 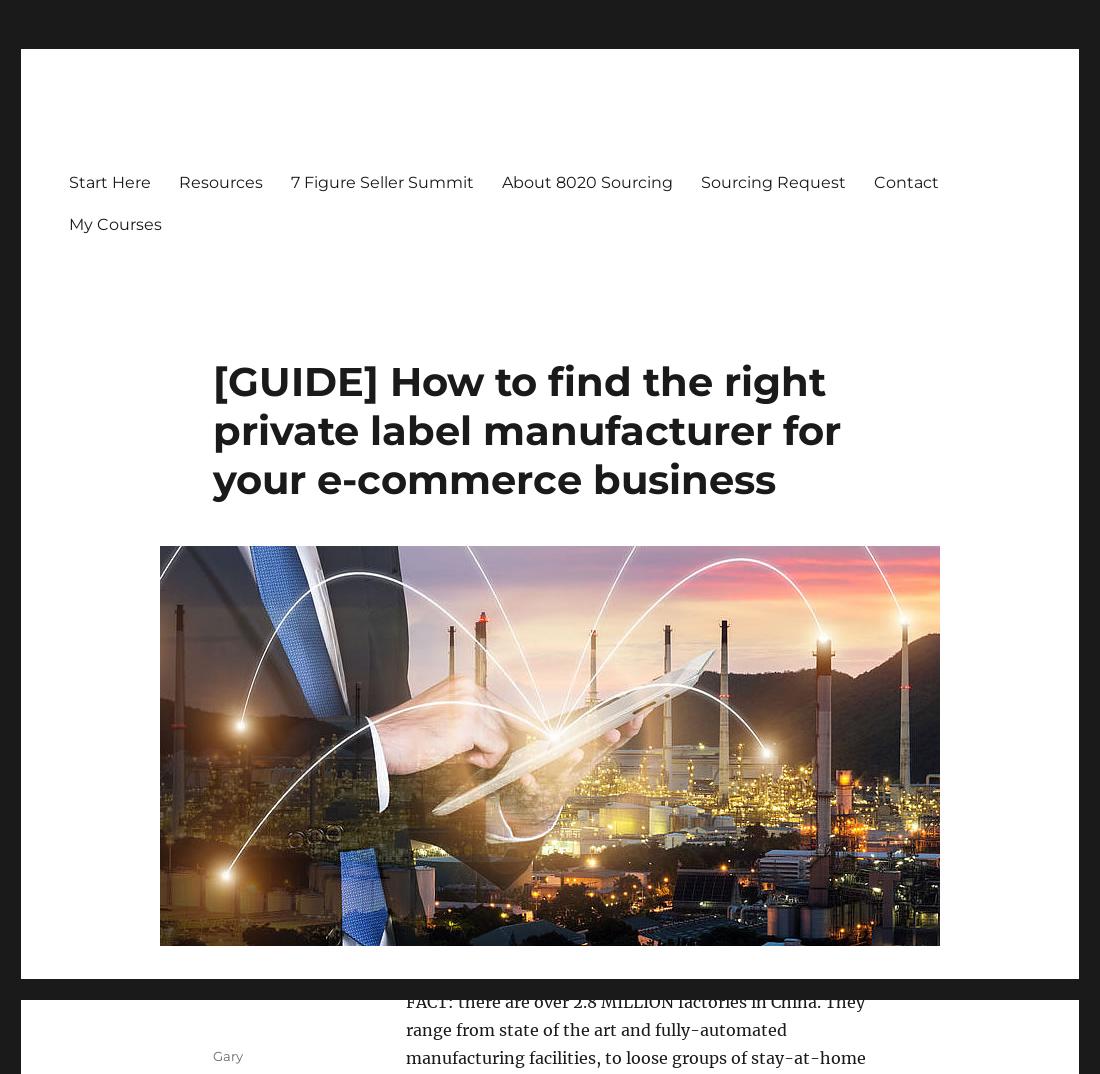 What do you see at coordinates (289, 181) in the screenshot?
I see `'7 Figure Seller Summit'` at bounding box center [289, 181].